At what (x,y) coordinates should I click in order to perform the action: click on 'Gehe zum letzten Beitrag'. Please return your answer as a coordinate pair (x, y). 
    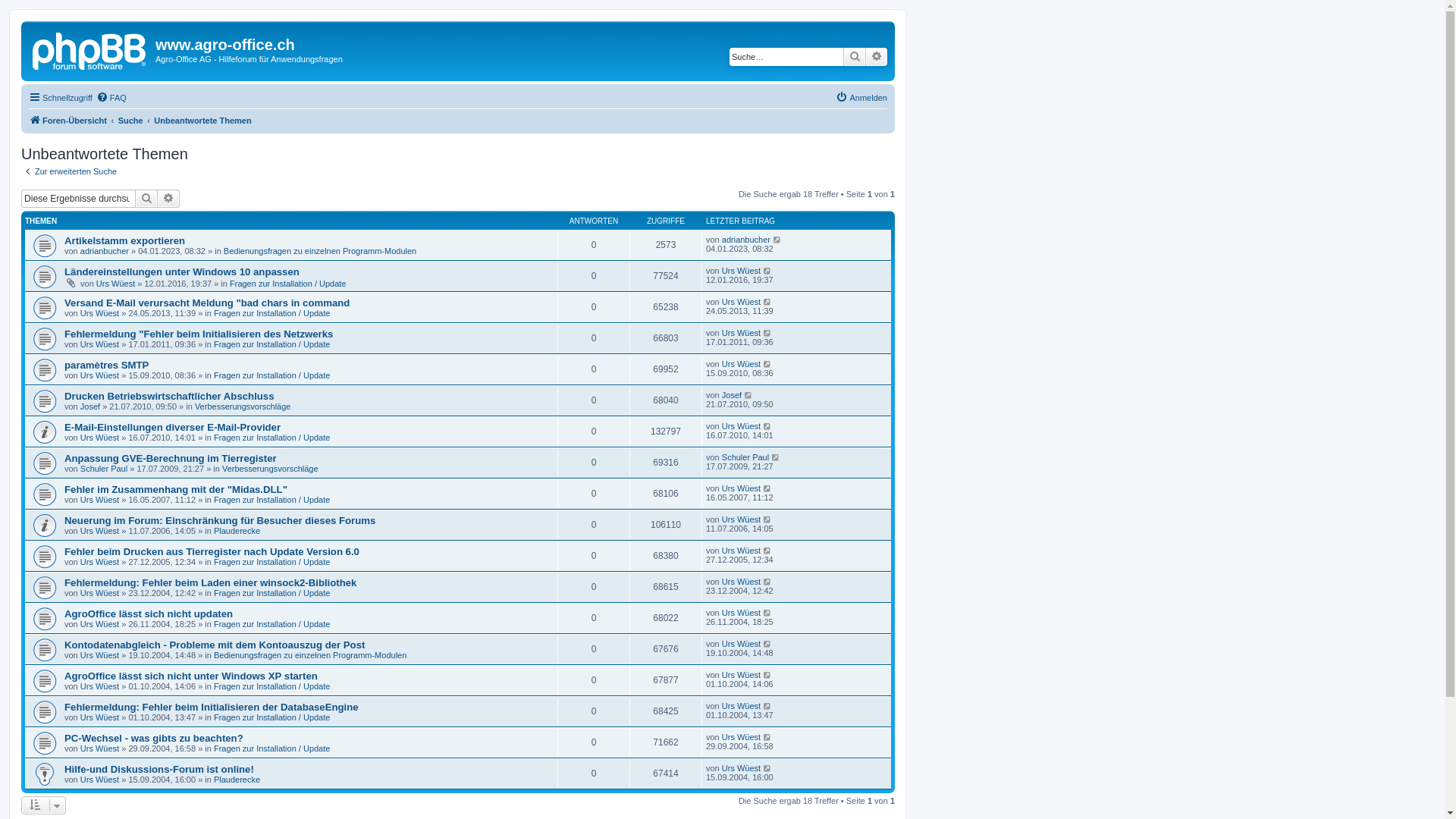
    Looking at the image, I should click on (767, 611).